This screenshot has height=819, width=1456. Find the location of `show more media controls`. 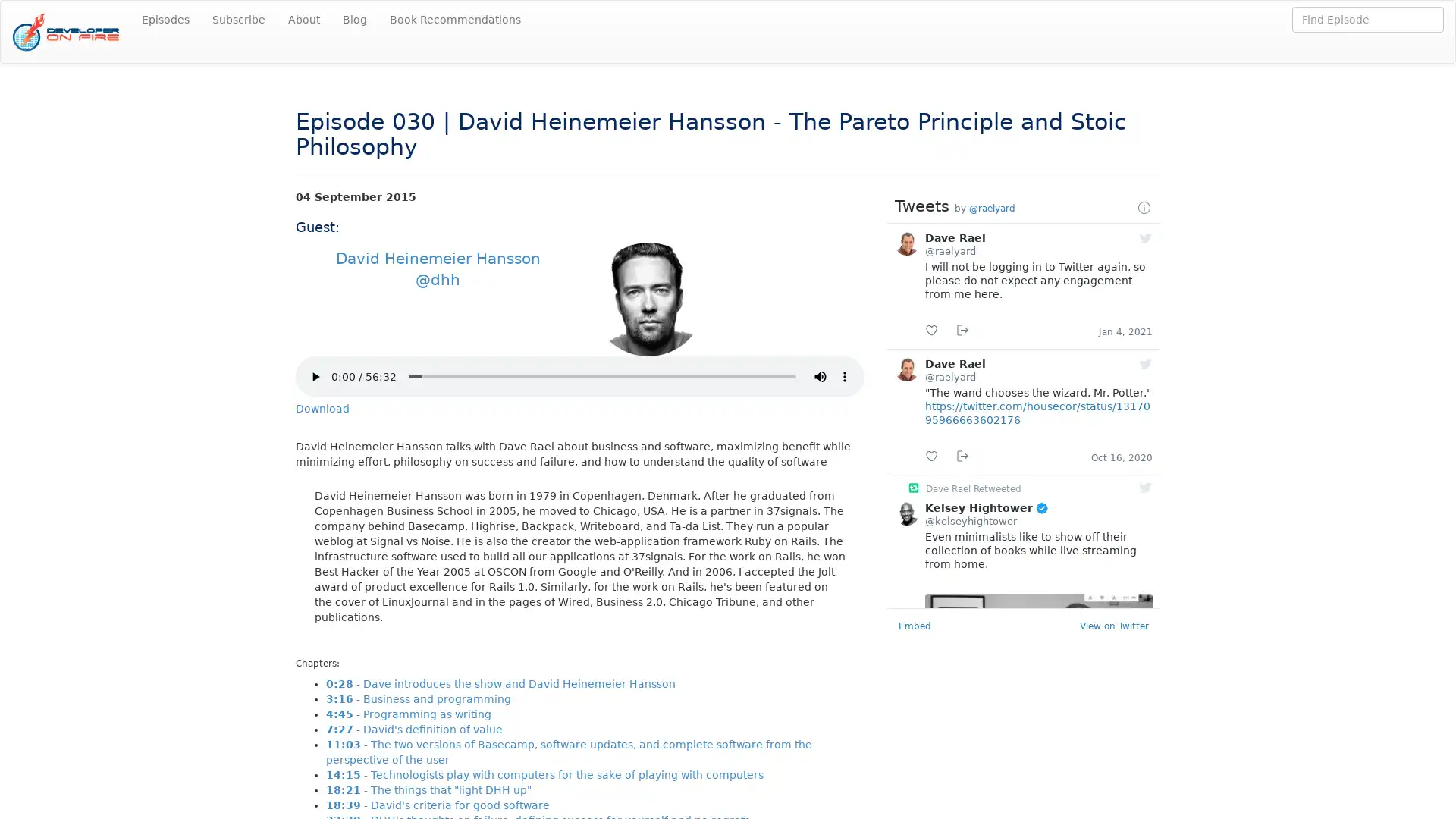

show more media controls is located at coordinates (843, 375).